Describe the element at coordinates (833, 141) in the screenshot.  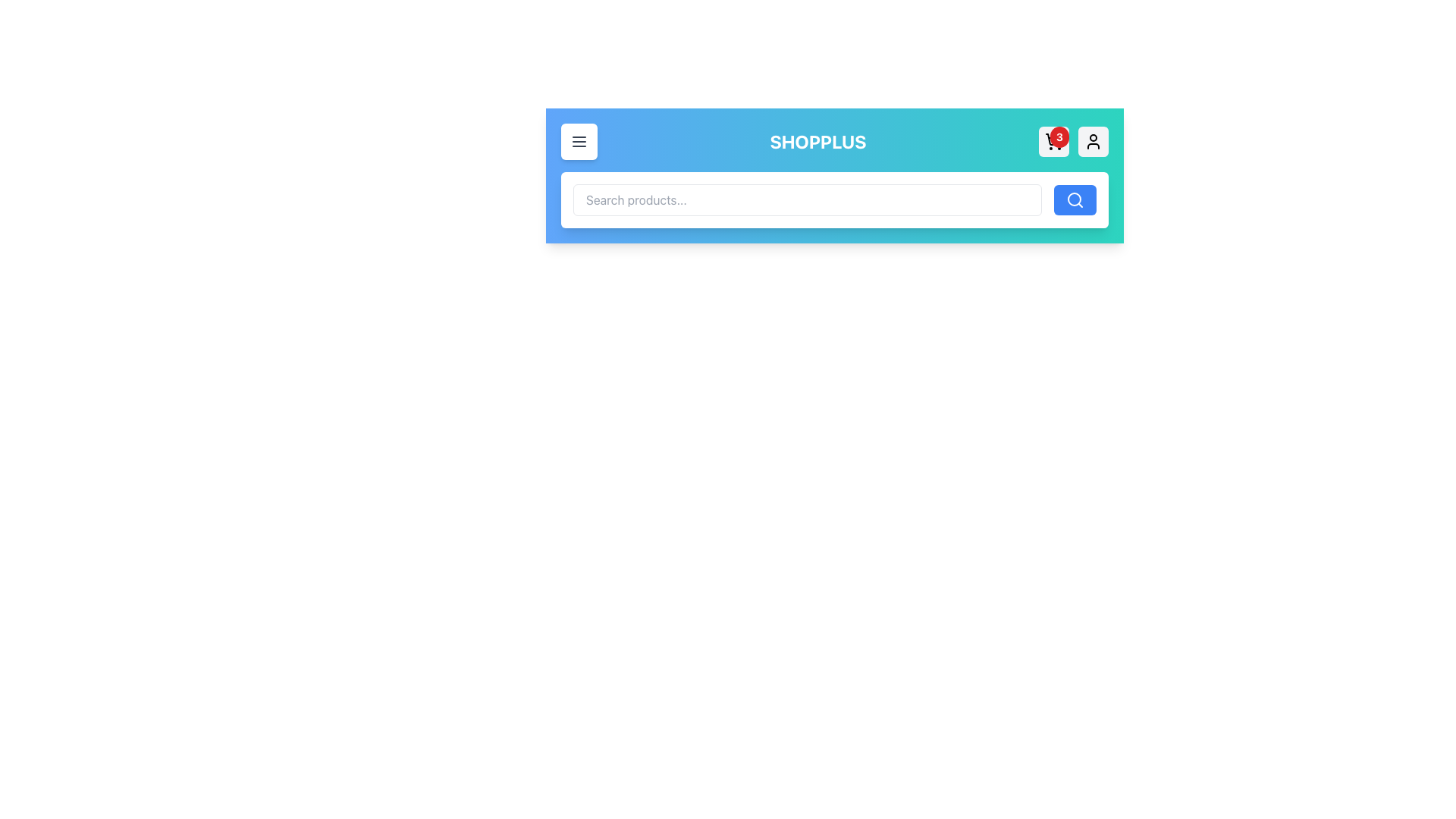
I see `the 'ShopPlus3' text label, which is styled in white, bold, uppercase letters and centrally positioned in the header bar with a blue-to-teal gradient background` at that location.